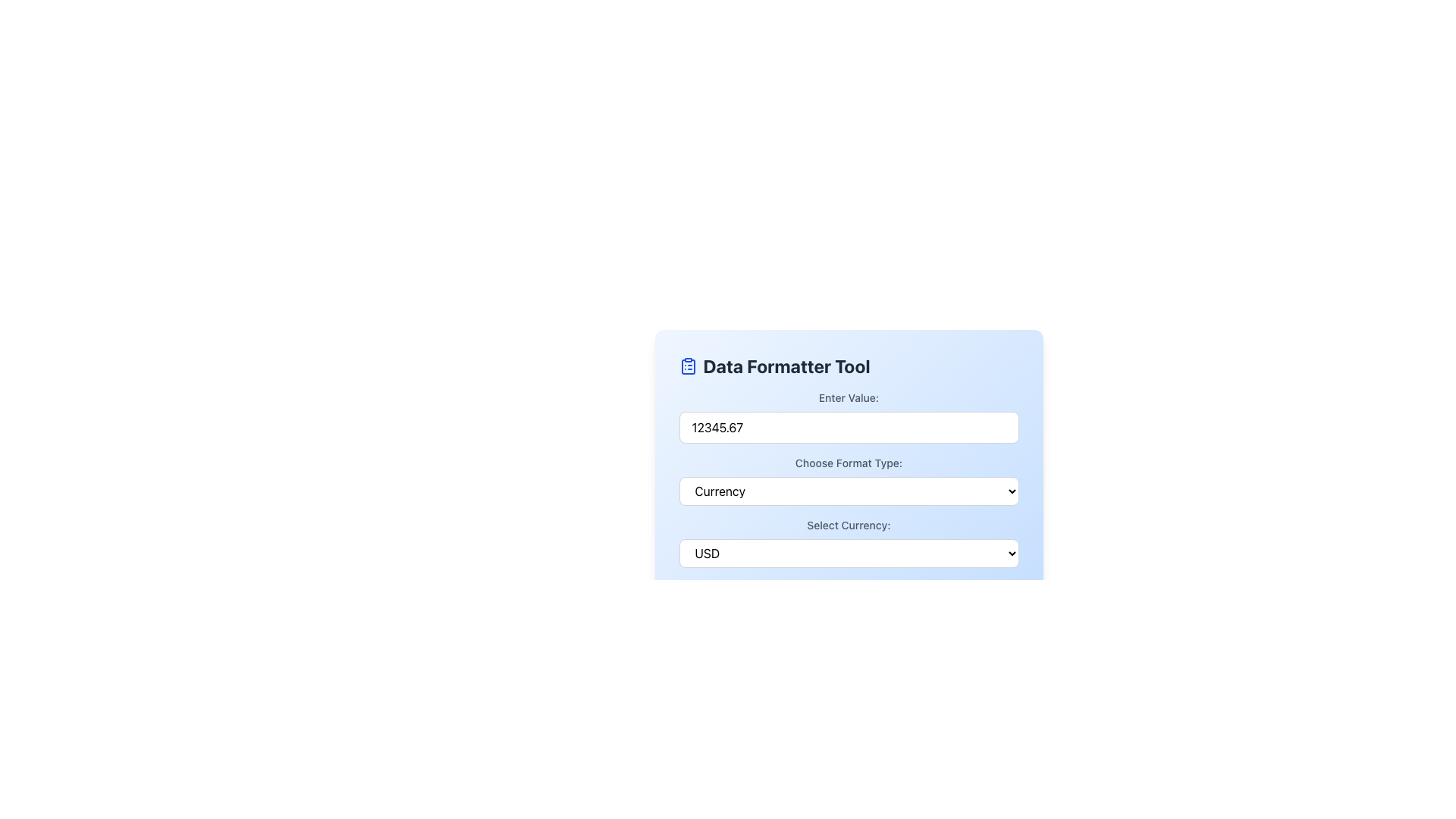 The image size is (1456, 819). I want to click on the Numeric Input Field that accepts numeric input, currently displaying '12345.67', to focus on it, so click(848, 427).